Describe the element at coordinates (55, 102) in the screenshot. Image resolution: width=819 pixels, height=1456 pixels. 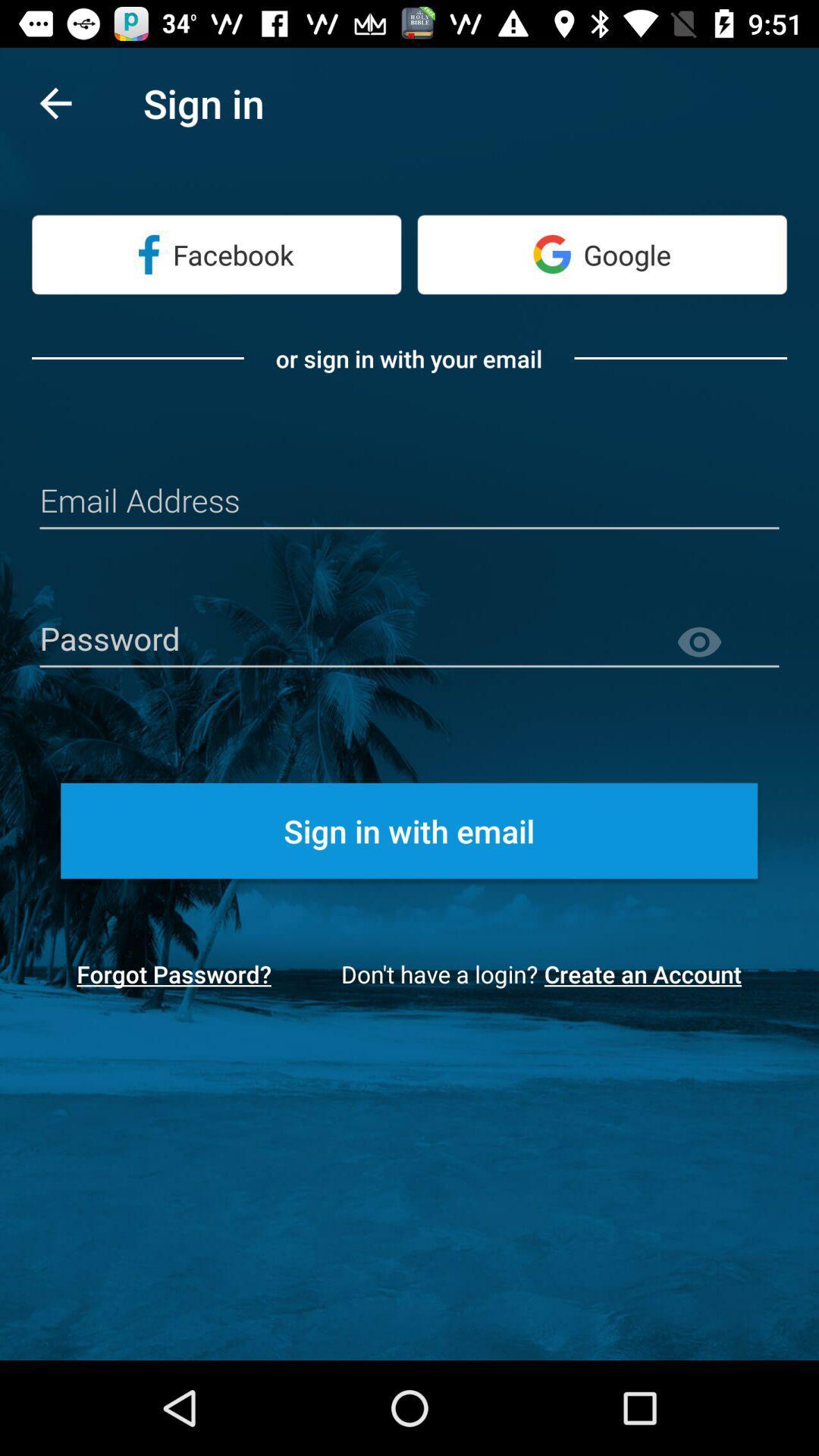
I see `the item to the left of the sign in icon` at that location.